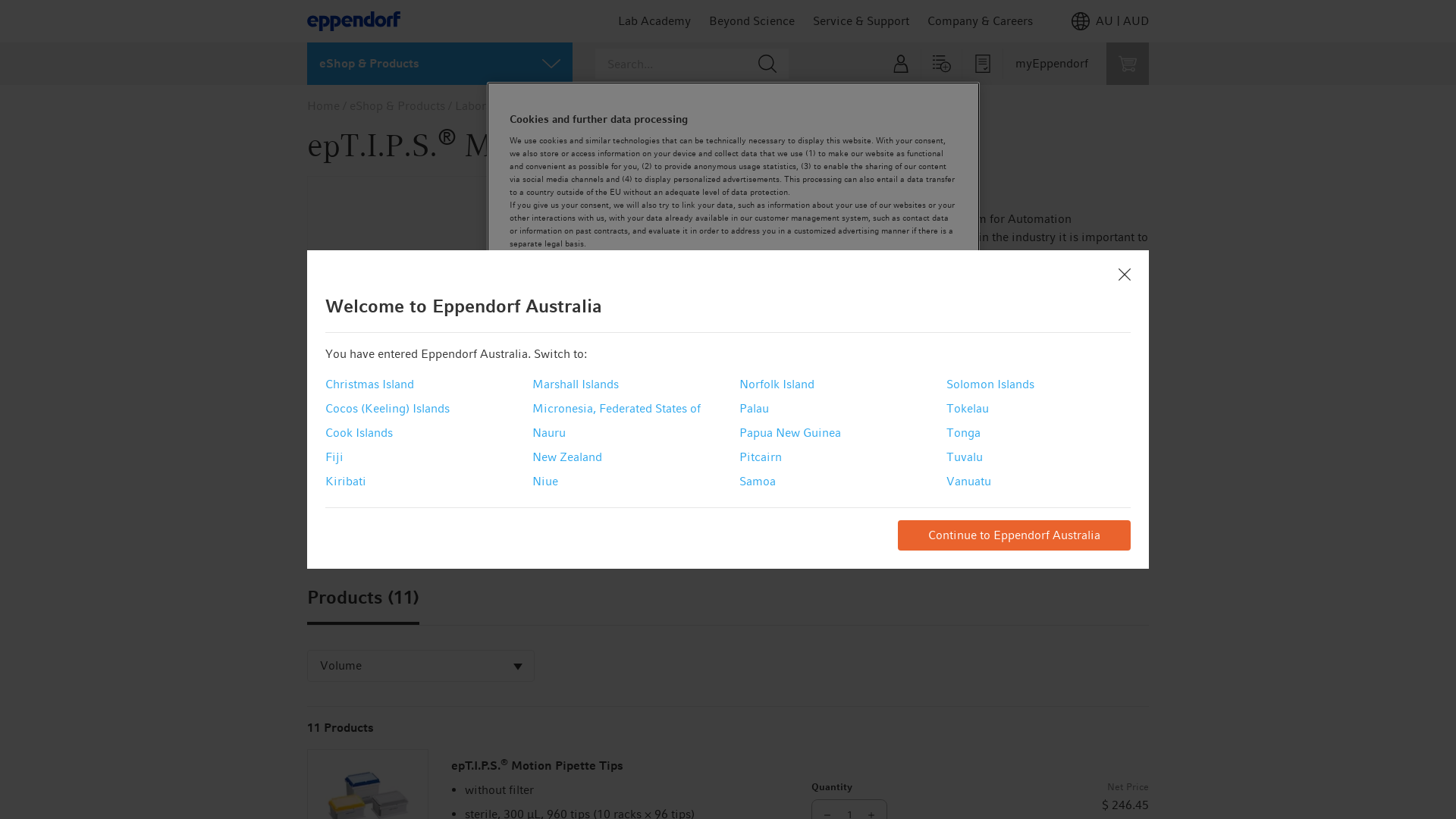 The image size is (1456, 819). I want to click on 'Laboratory Consumables', so click(521, 105).